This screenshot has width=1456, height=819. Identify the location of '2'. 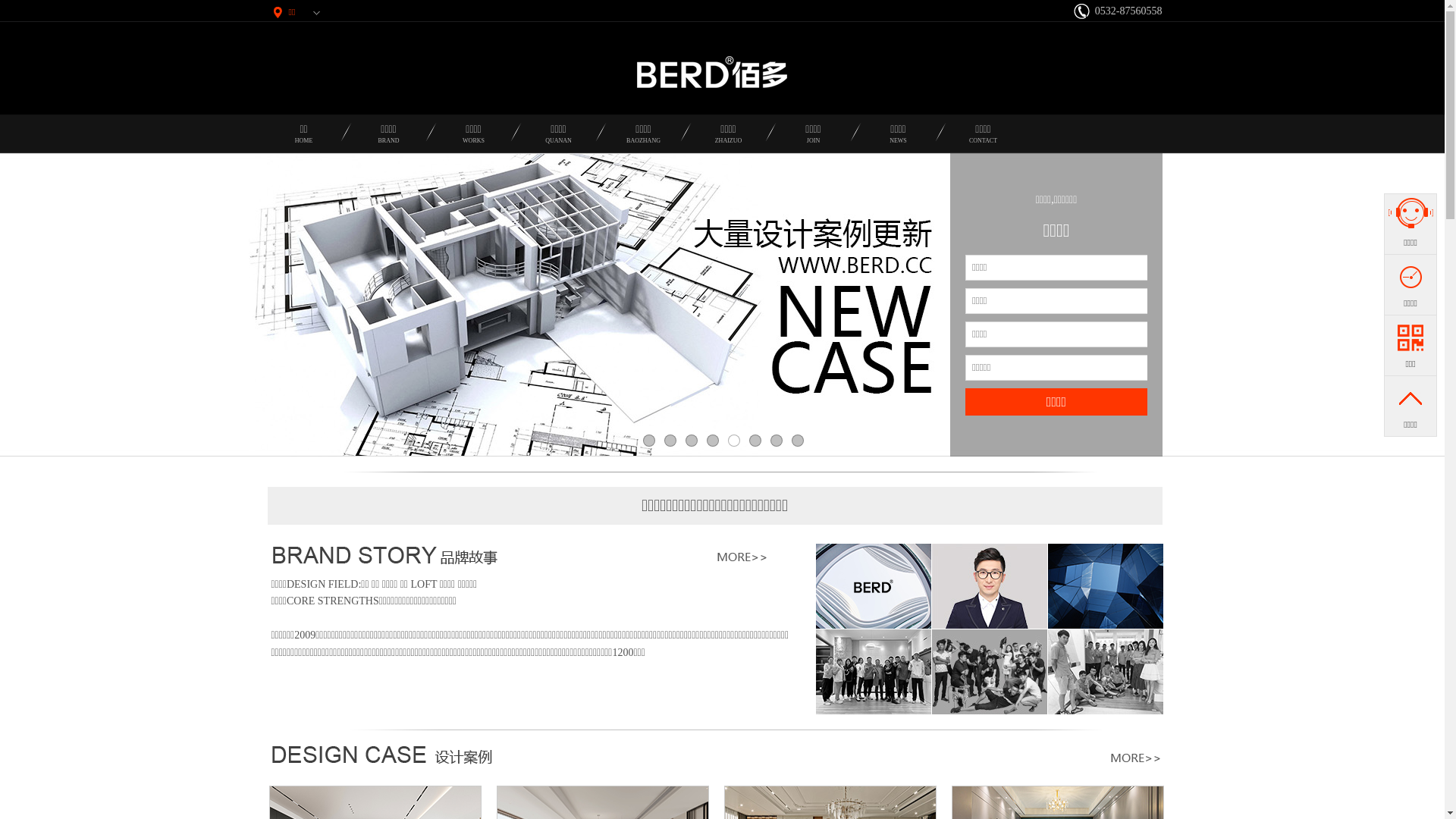
(669, 441).